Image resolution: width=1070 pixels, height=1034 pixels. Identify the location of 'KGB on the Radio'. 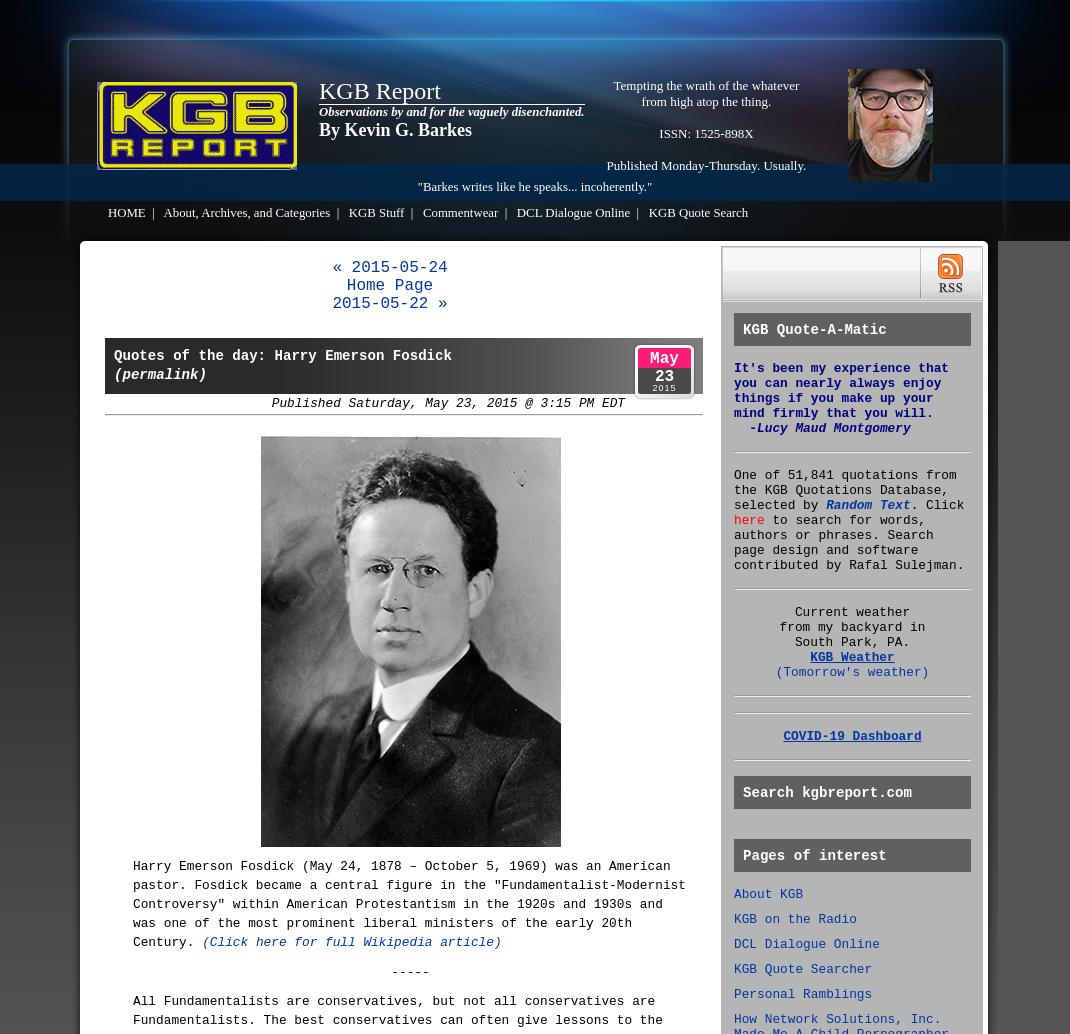
(794, 918).